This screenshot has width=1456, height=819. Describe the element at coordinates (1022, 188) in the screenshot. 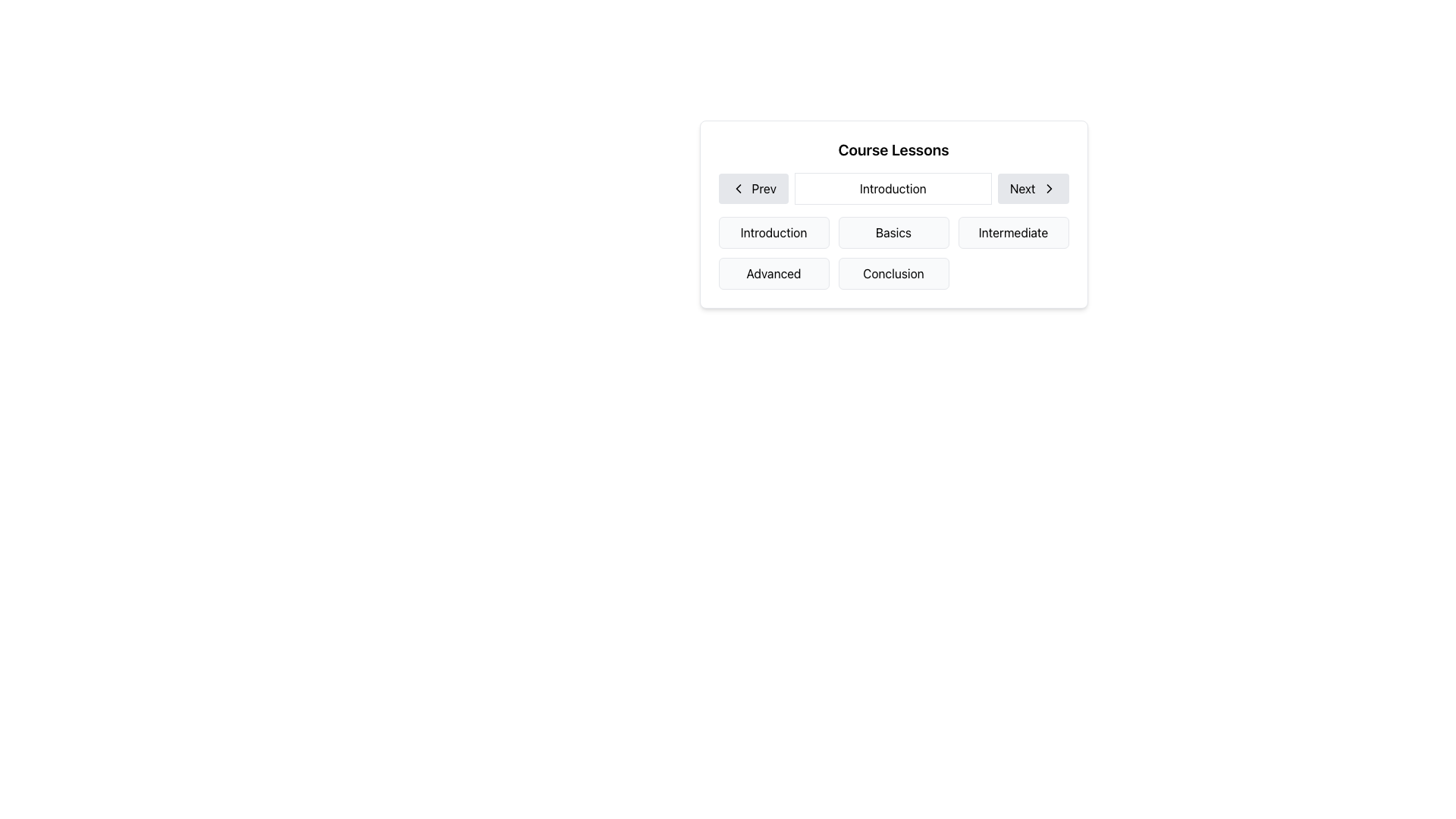

I see `the text label that reads 'Next', which is part of a button with a light gray background and rounded corners, located near the top-right corner of the content box labeled 'Course Lessons'` at that location.